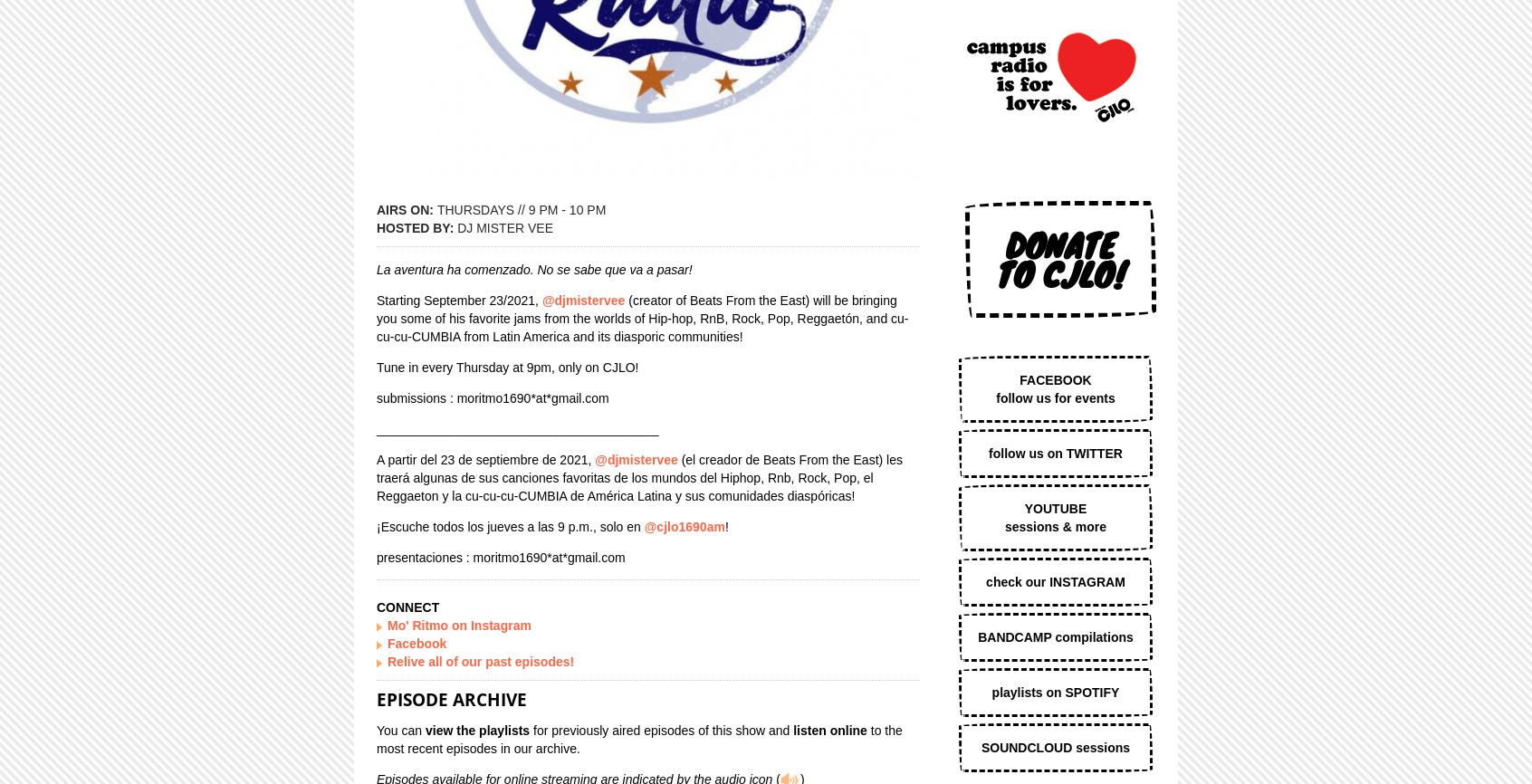 Image resolution: width=1532 pixels, height=784 pixels. What do you see at coordinates (660, 728) in the screenshot?
I see `'for previously aired episodes of this show and'` at bounding box center [660, 728].